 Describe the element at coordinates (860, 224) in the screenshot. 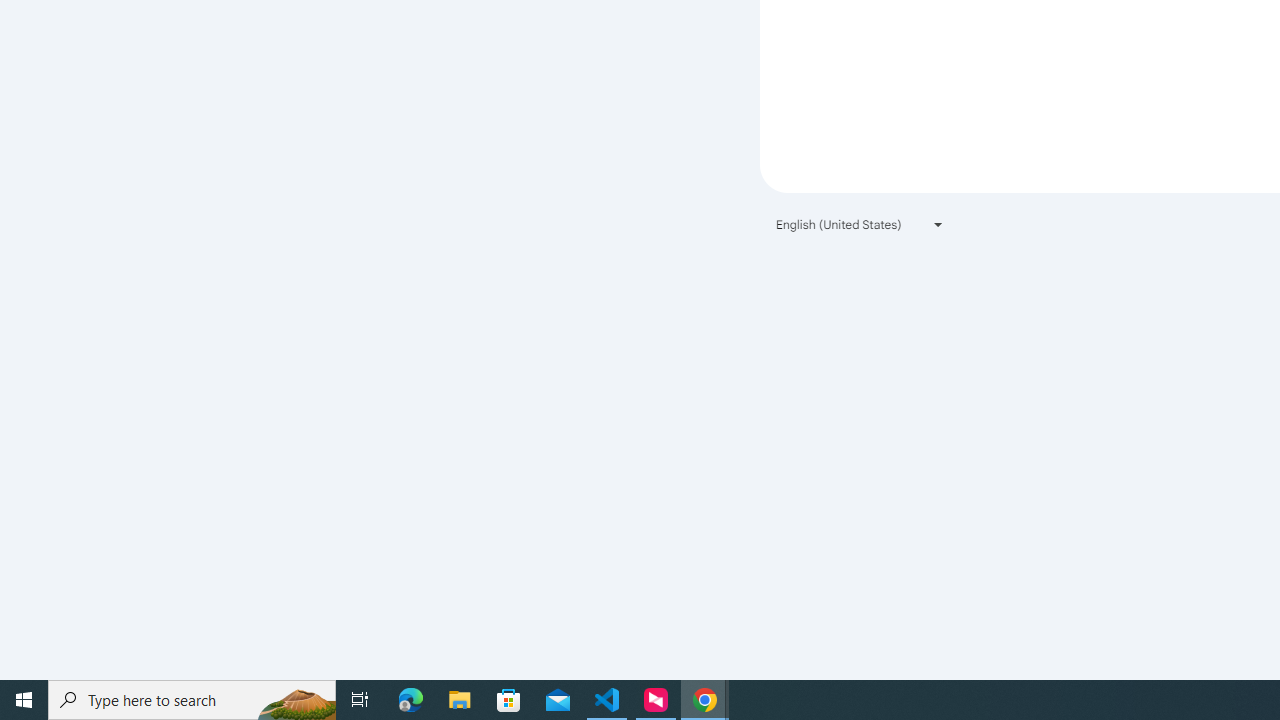

I see `'English (United States)'` at that location.